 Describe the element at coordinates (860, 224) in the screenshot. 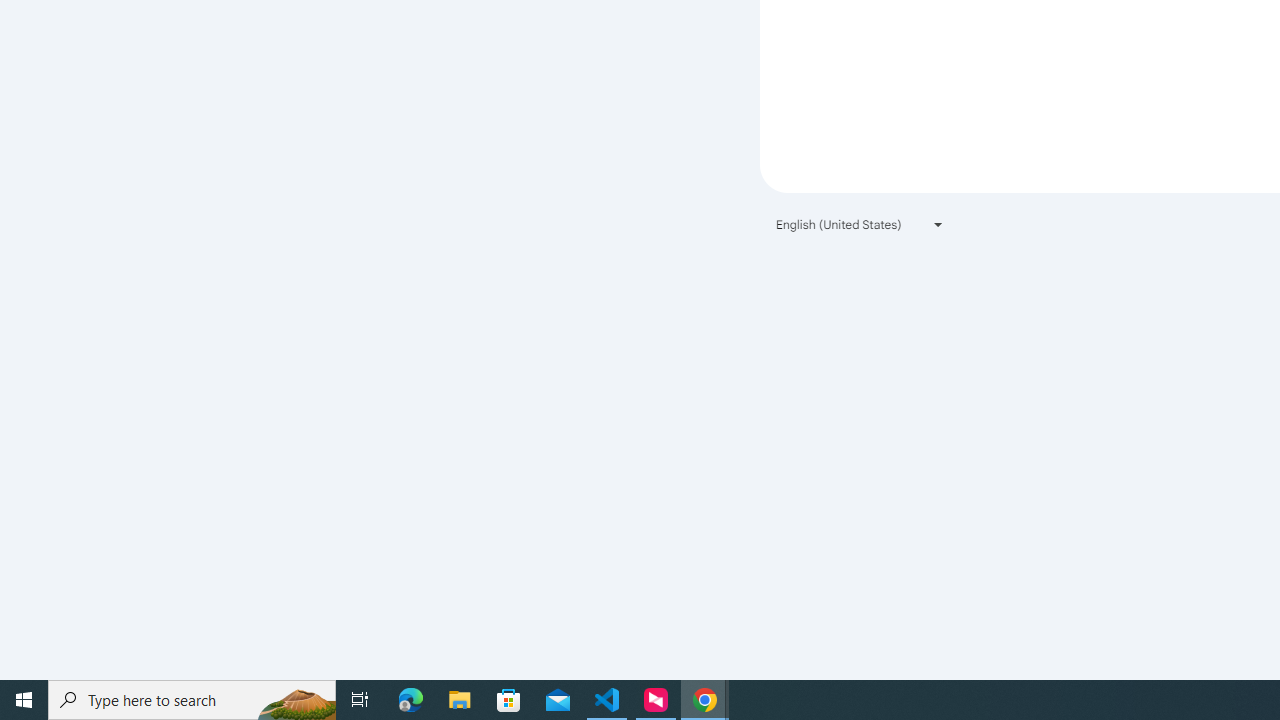

I see `'English (United States)'` at that location.